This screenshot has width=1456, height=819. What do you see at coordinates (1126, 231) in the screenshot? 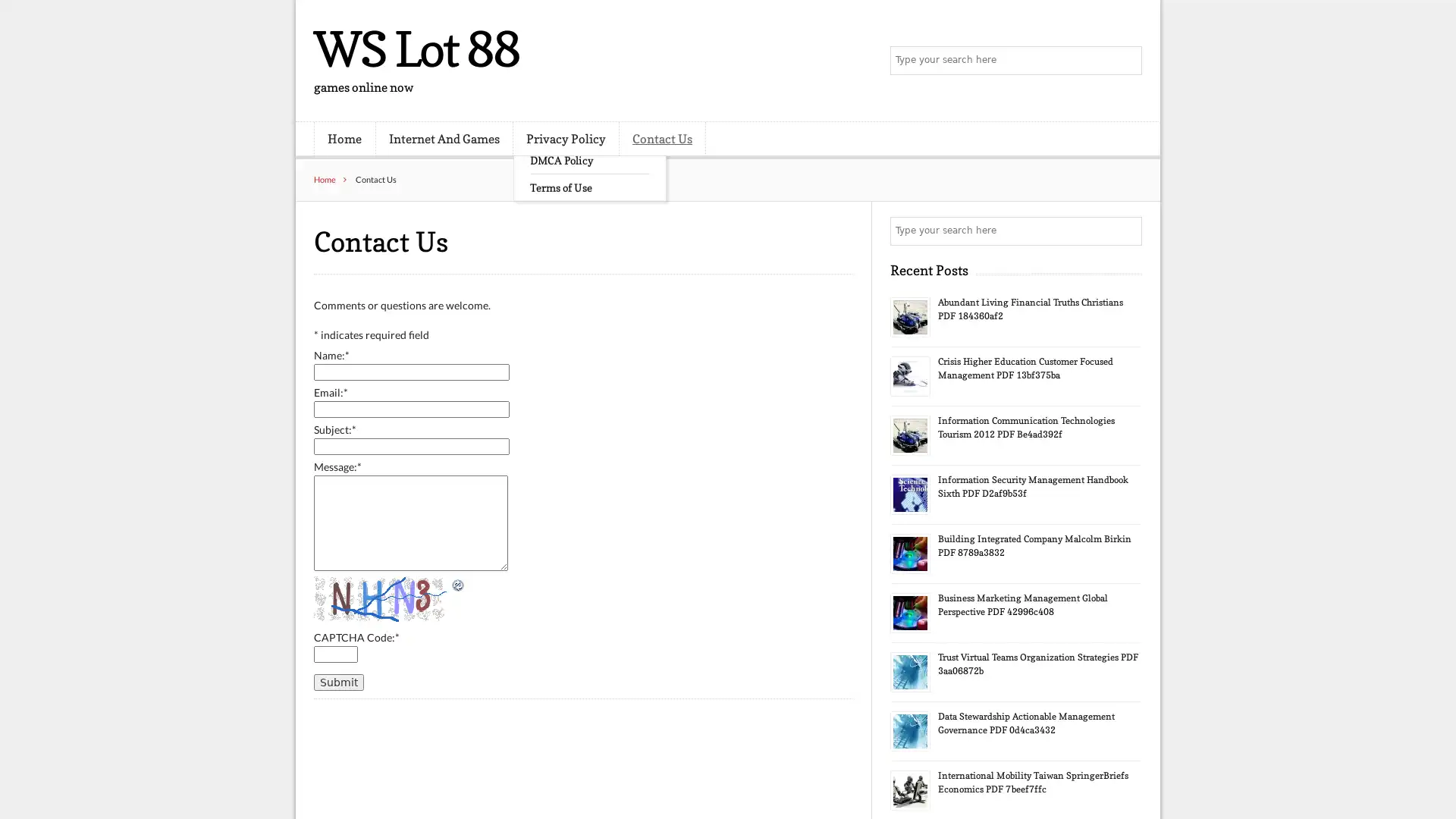
I see `Search` at bounding box center [1126, 231].